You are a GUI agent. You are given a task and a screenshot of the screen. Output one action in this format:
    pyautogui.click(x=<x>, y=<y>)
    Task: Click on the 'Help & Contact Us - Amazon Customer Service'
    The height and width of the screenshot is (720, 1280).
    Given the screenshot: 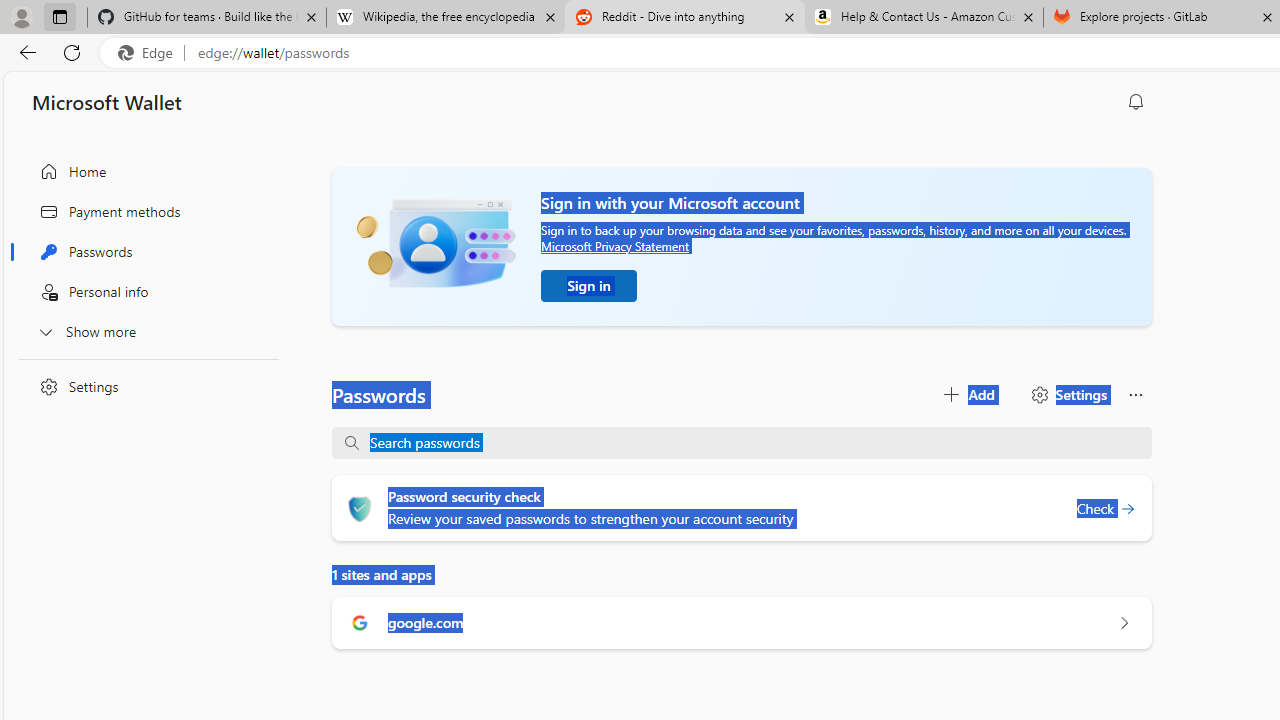 What is the action you would take?
    pyautogui.click(x=923, y=17)
    